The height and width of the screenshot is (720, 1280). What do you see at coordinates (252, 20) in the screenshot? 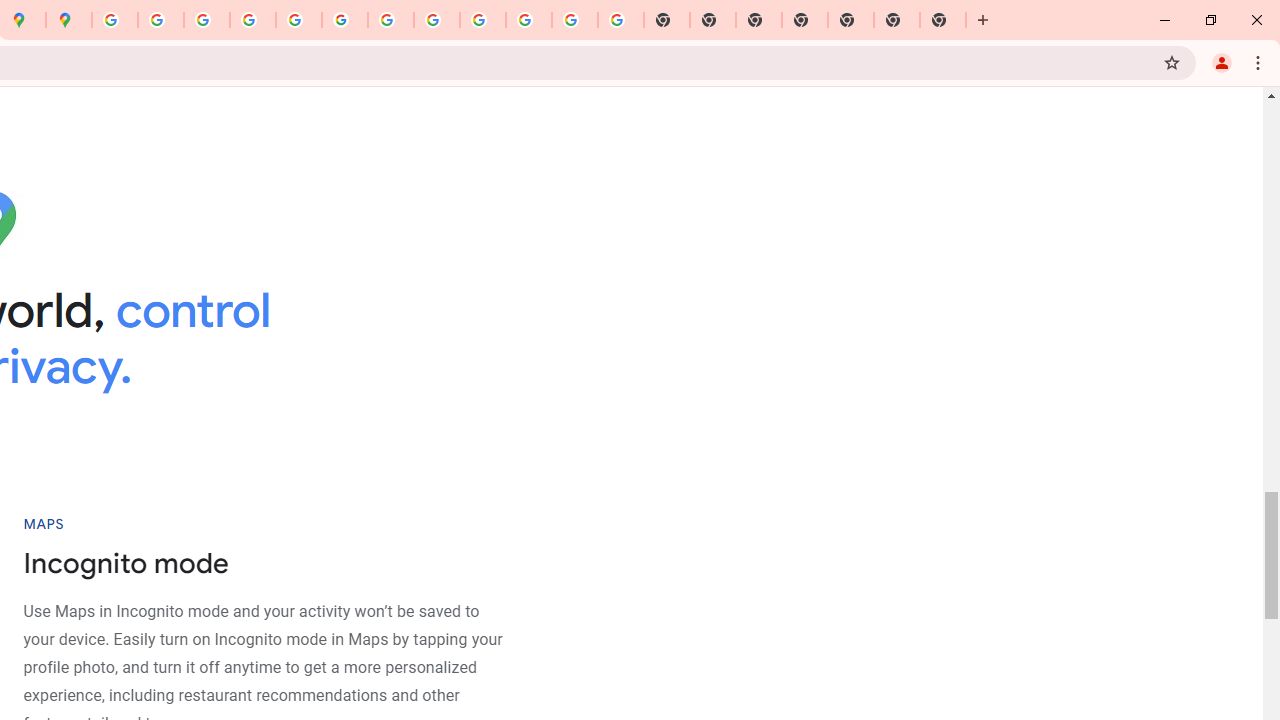
I see `'Privacy Help Center - Policies Help'` at bounding box center [252, 20].